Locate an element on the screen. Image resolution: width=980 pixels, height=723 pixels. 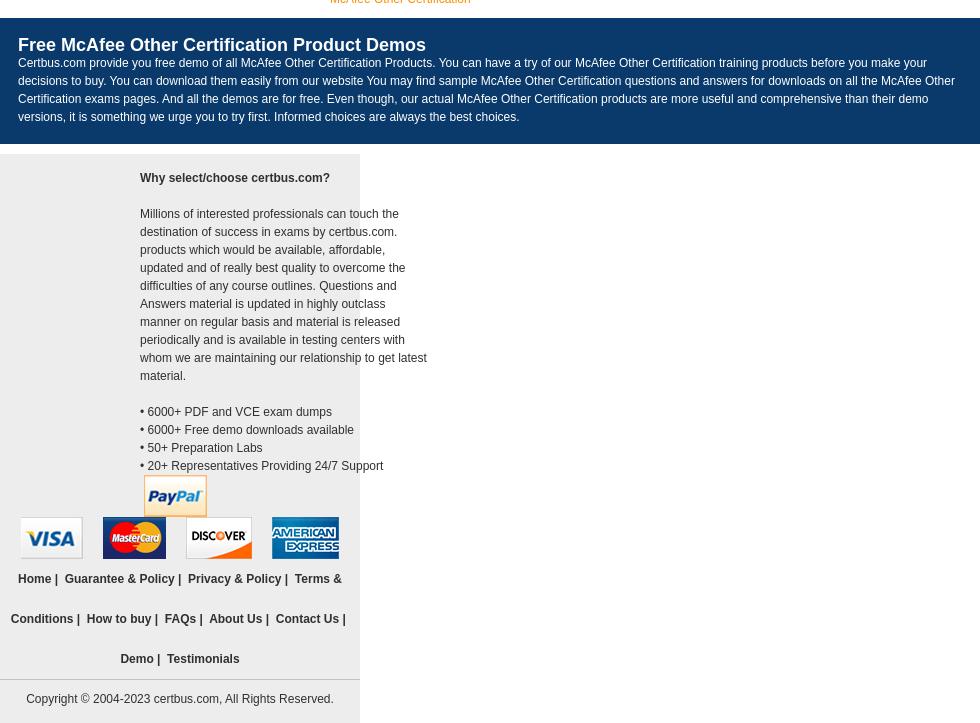
'FAQs' is located at coordinates (180, 619).